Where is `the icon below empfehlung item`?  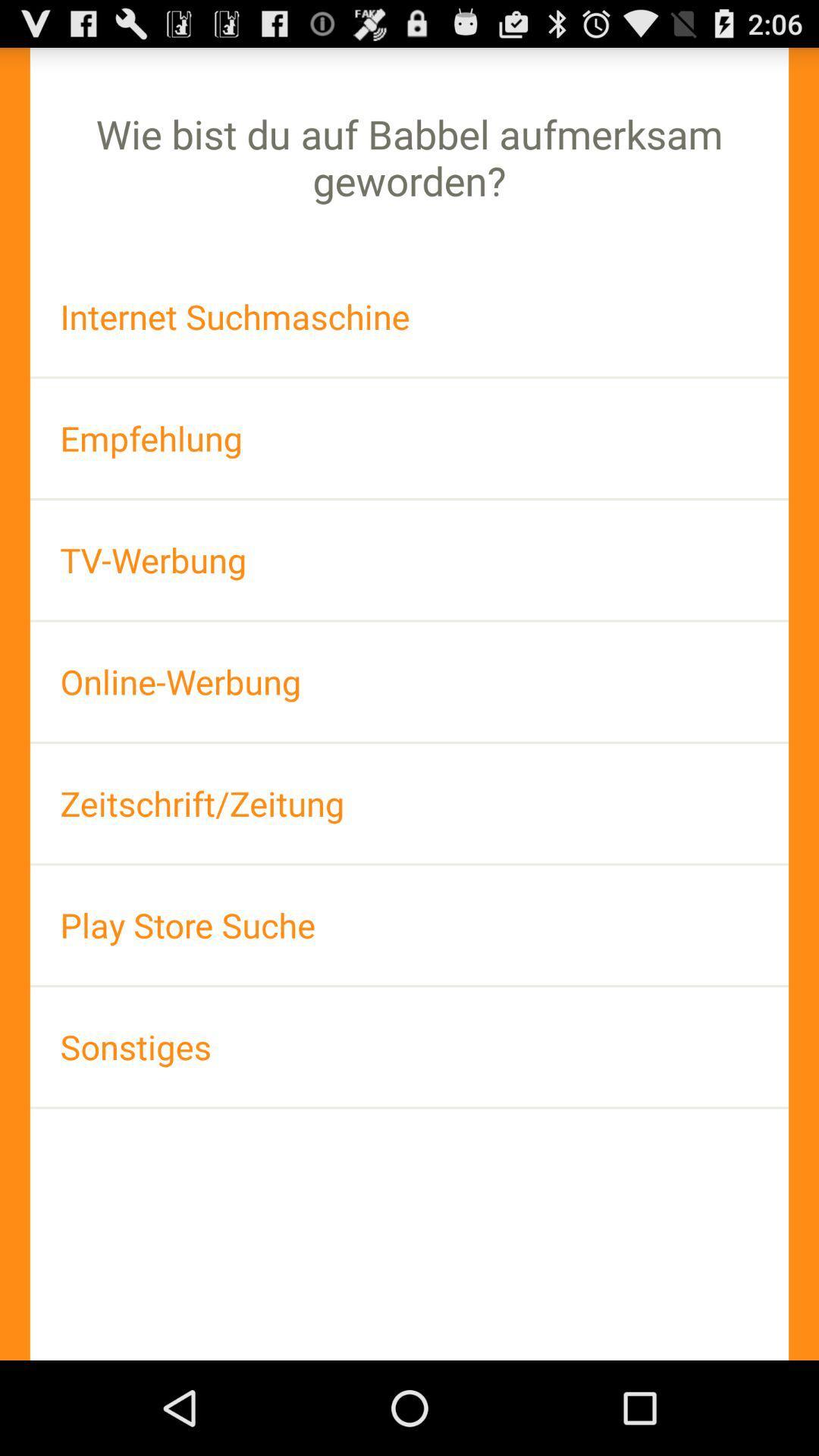
the icon below empfehlung item is located at coordinates (409, 559).